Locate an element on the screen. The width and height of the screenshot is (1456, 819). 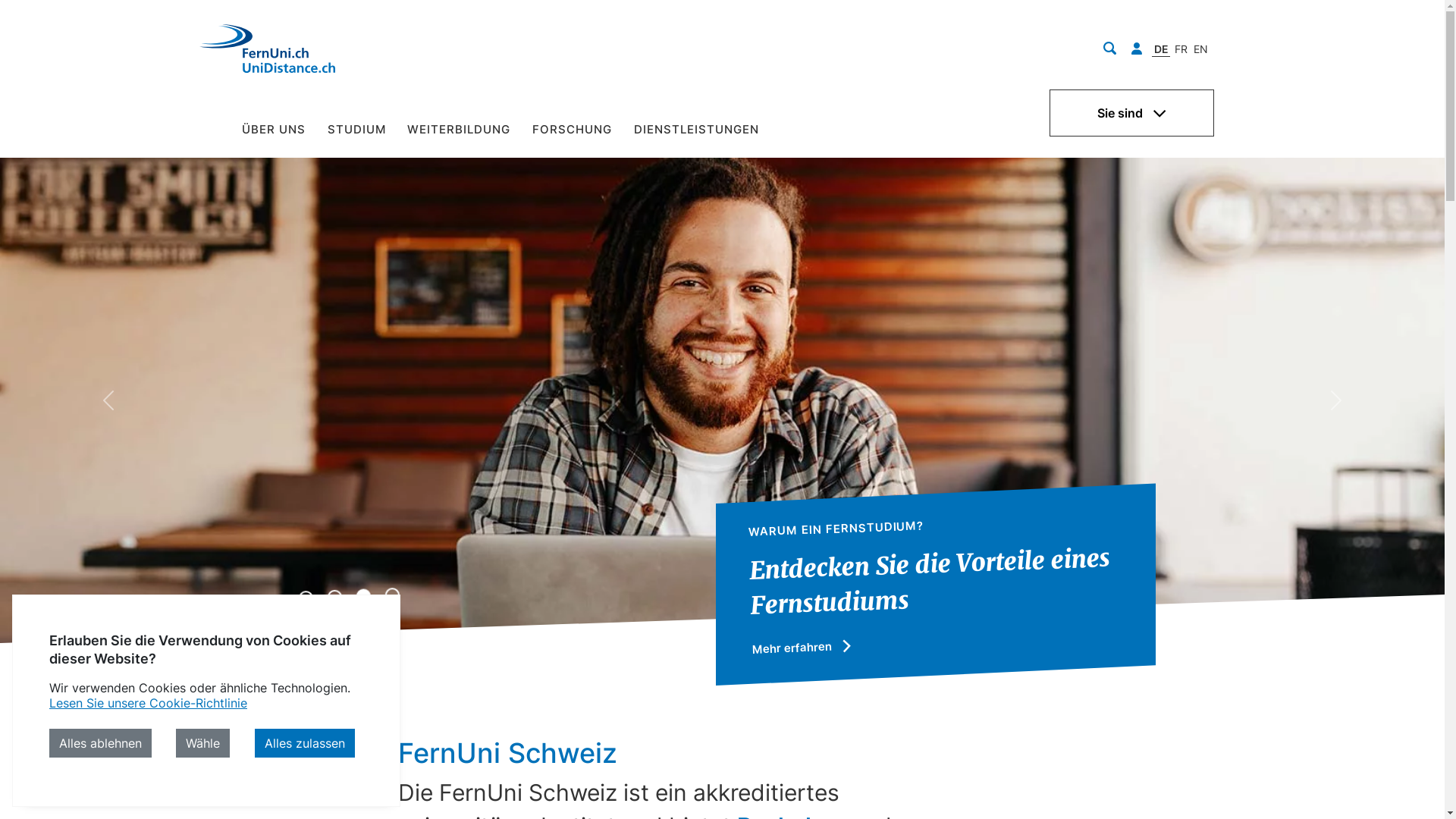
'DE' is located at coordinates (1160, 48).